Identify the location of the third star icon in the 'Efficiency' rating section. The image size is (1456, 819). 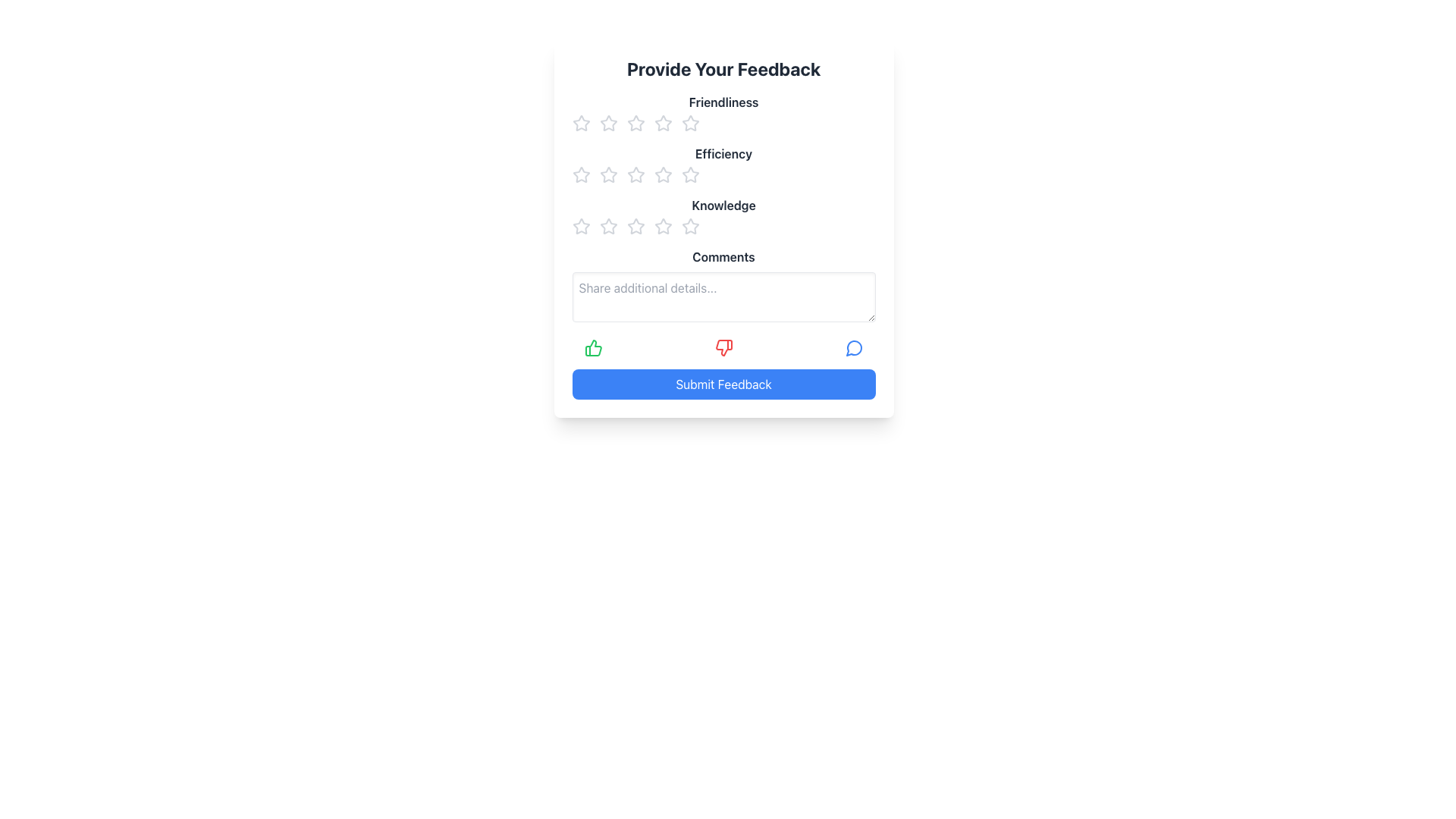
(689, 174).